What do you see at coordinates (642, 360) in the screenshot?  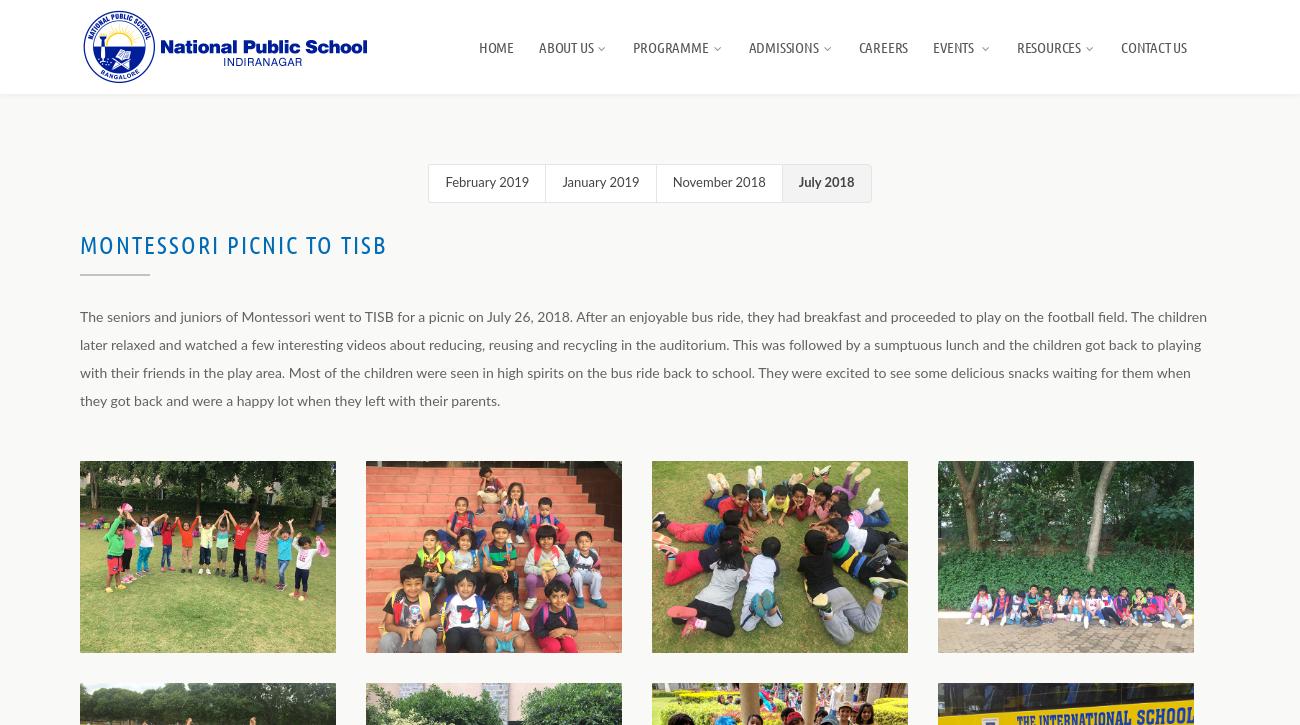 I see `'The seniors and juniors of Montessori went to TISB for a picnic on July 26, 2018. After an enjoyable bus ride, they had breakfast and proceeded to play on the football field. The children later relaxed and watched a few interesting videos about reducing, reusing and recycling in the auditorium. This was followed by a sumptuous lunch and the children got back to playing with their friends in the play area. Most of the children were seen in high spirits on the bus ride back to school. They were excited to see some delicious snacks waiting for them when they got back and were a happy lot when they left with their parents.'` at bounding box center [642, 360].